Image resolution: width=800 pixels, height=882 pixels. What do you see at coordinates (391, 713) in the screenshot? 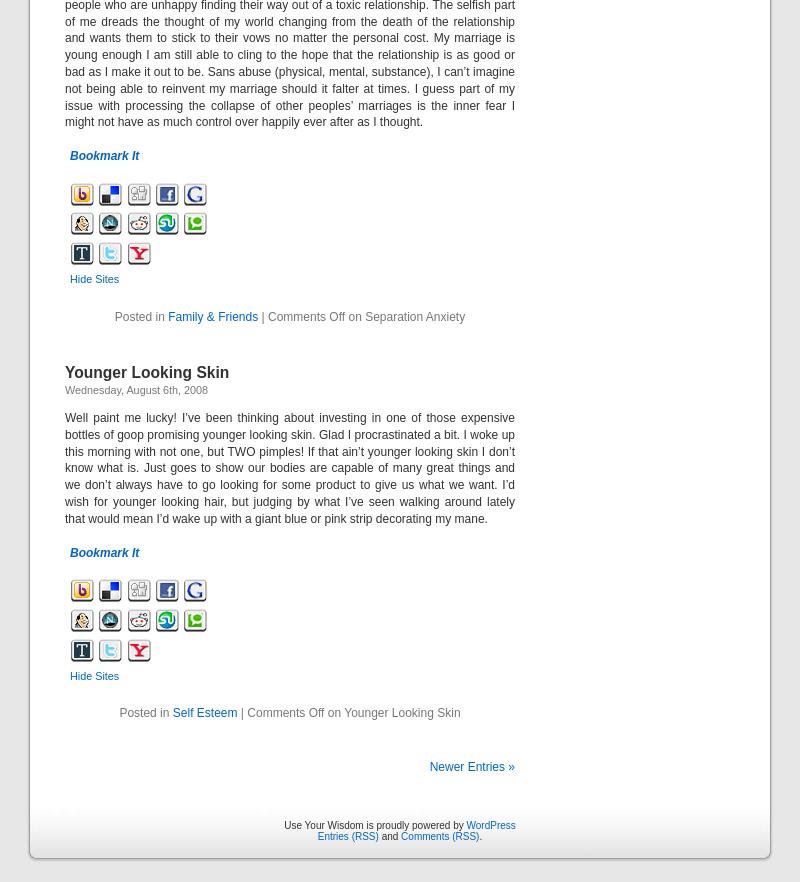
I see `'on Younger Looking Skin'` at bounding box center [391, 713].